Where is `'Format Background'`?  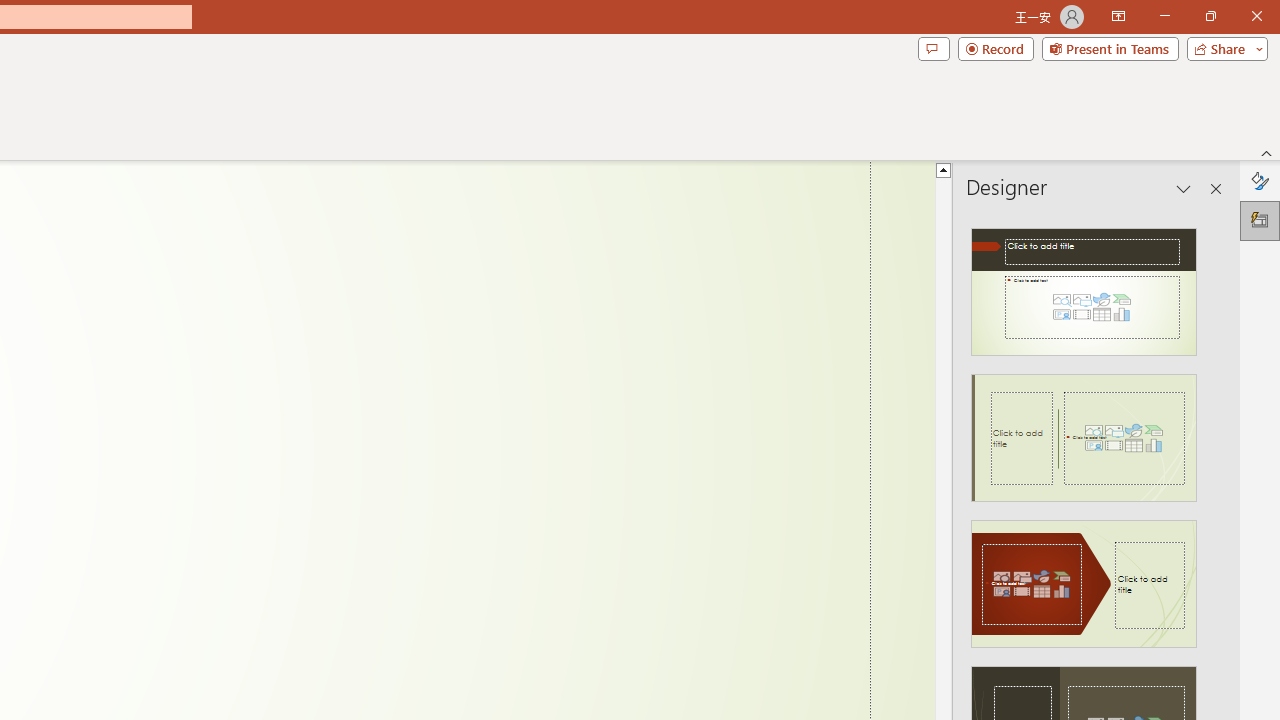 'Format Background' is located at coordinates (1259, 181).